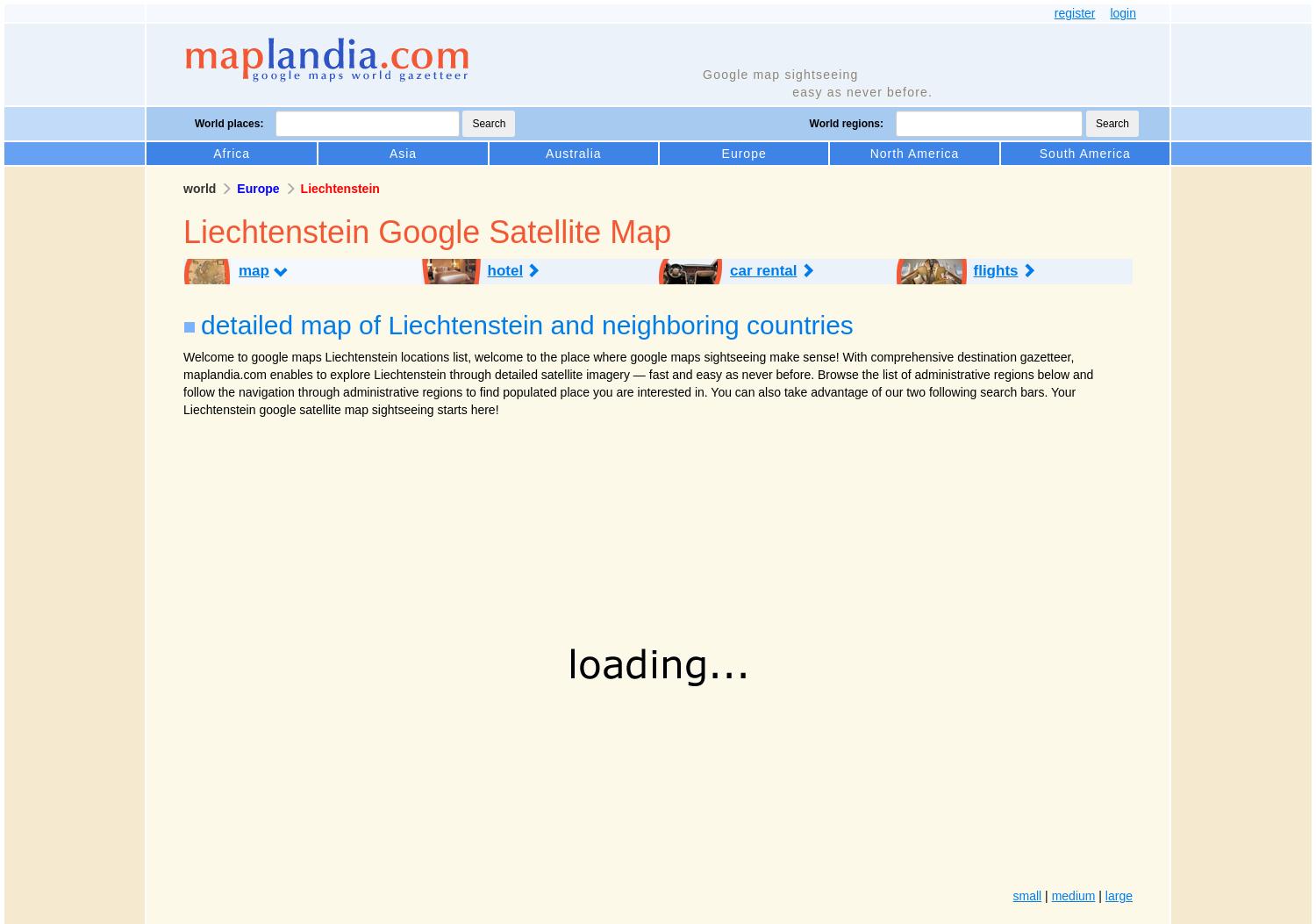  Describe the element at coordinates (1012, 894) in the screenshot. I see `'small'` at that location.